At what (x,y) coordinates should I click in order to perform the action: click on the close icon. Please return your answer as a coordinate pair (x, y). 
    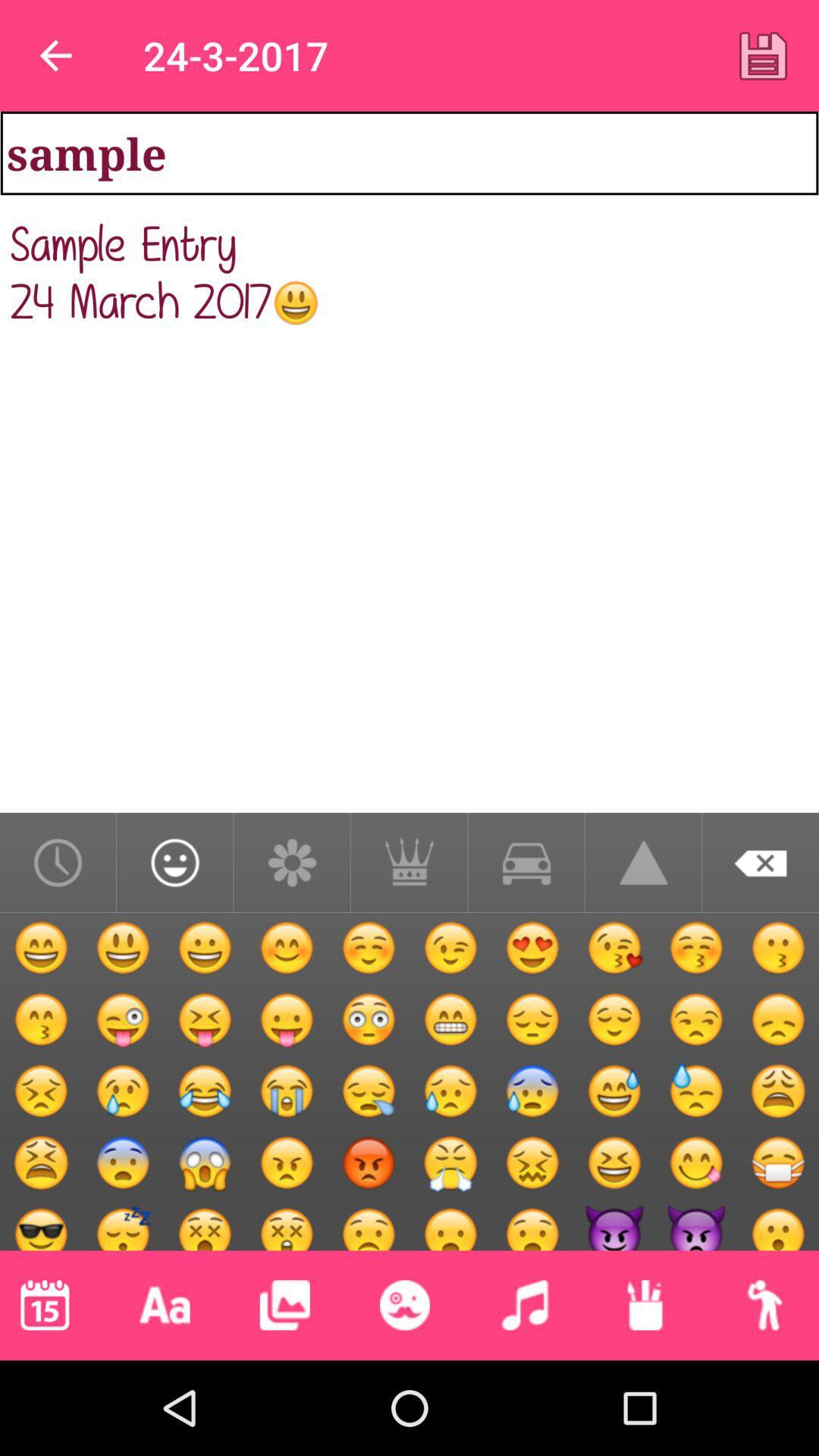
    Looking at the image, I should click on (761, 862).